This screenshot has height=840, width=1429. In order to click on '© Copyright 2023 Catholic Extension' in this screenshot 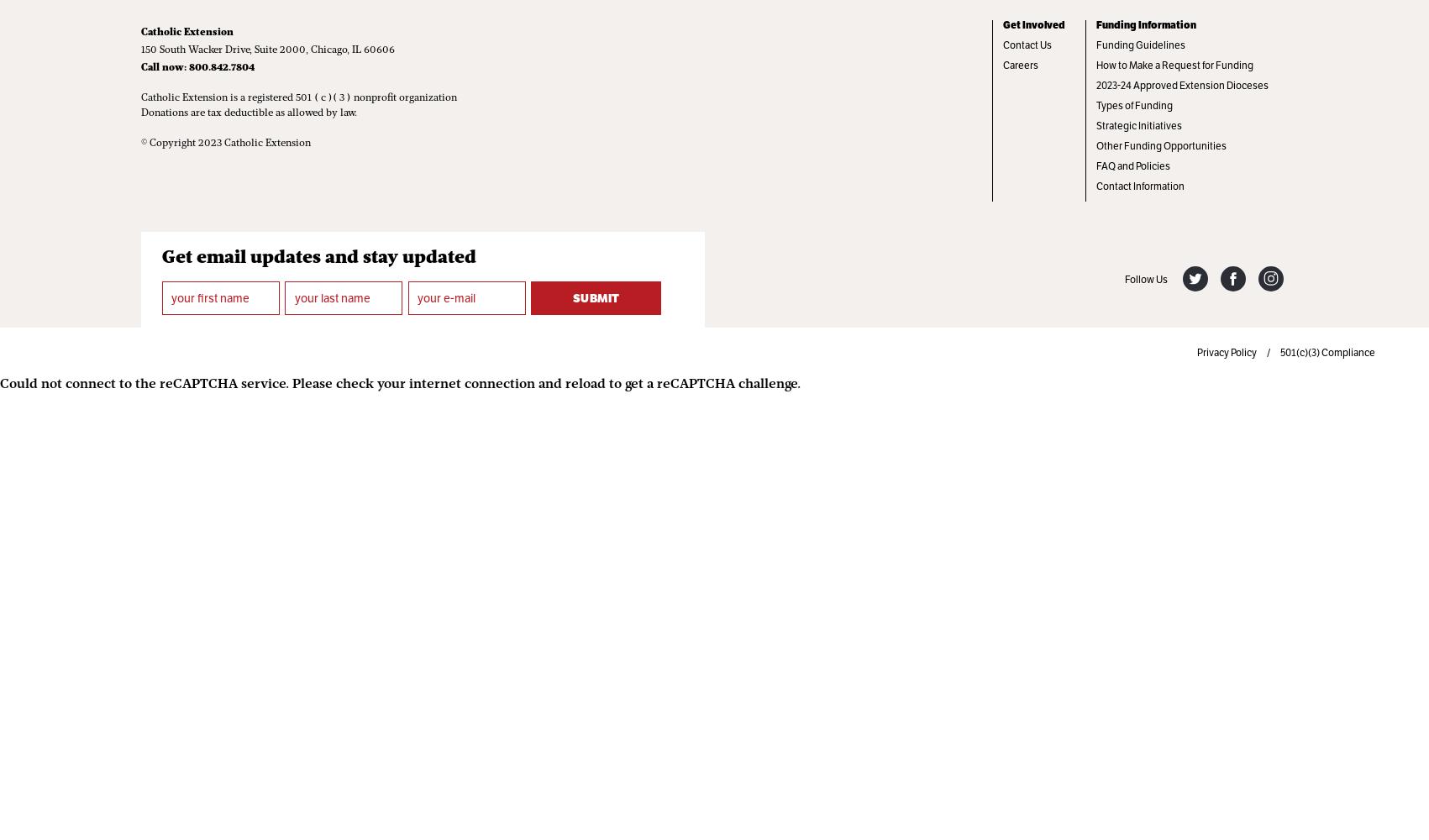, I will do `click(225, 144)`.